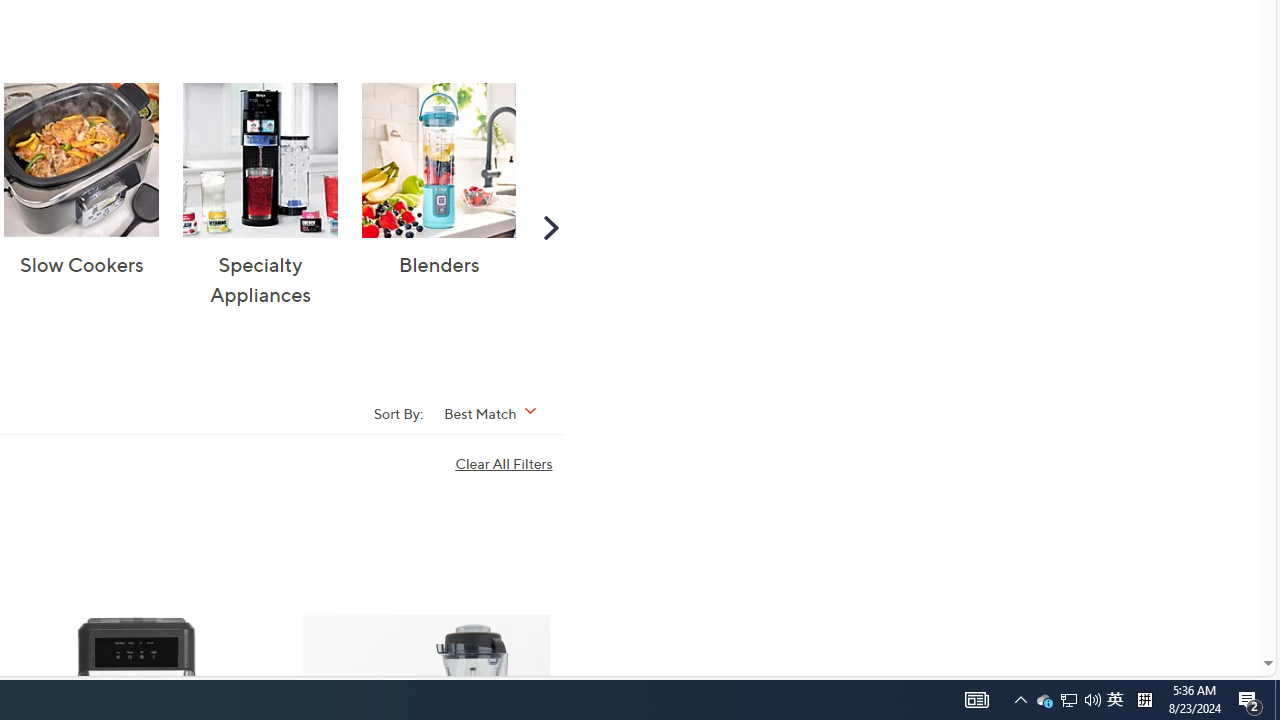 The height and width of the screenshot is (720, 1280). I want to click on 'Sort By Best Match', so click(497, 411).